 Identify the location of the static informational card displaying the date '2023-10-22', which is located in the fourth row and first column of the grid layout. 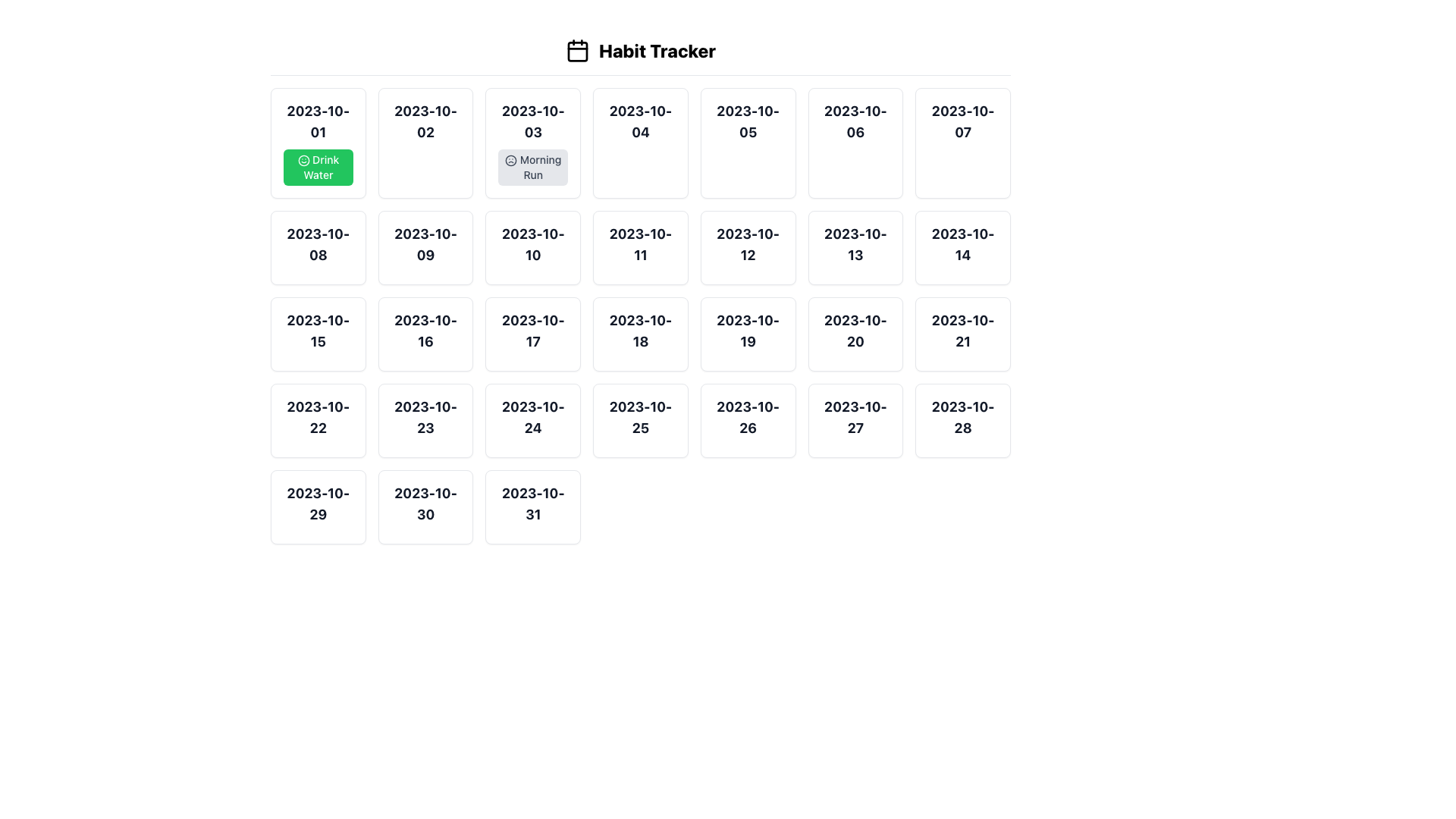
(317, 421).